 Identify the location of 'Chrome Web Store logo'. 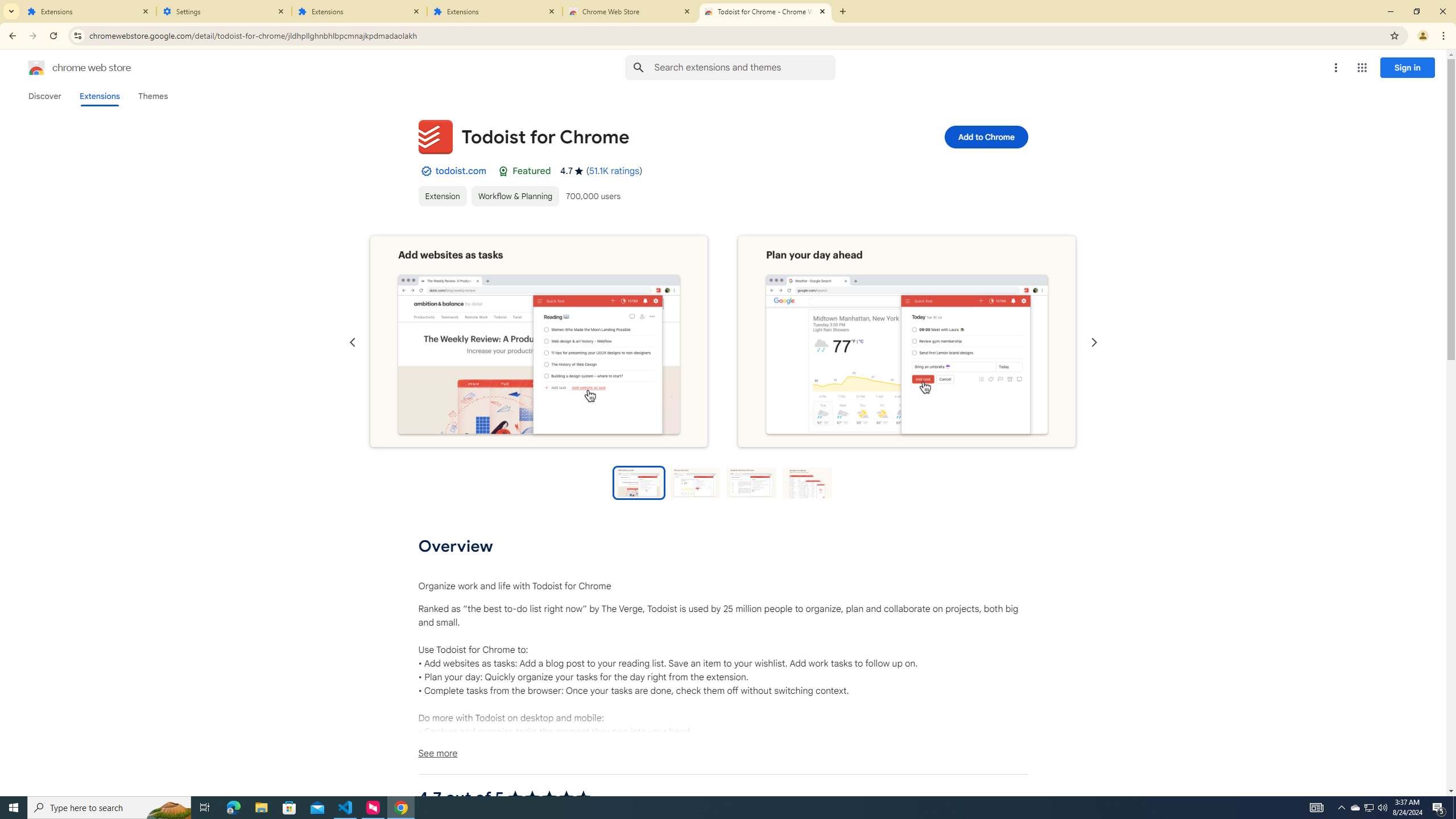
(36, 67).